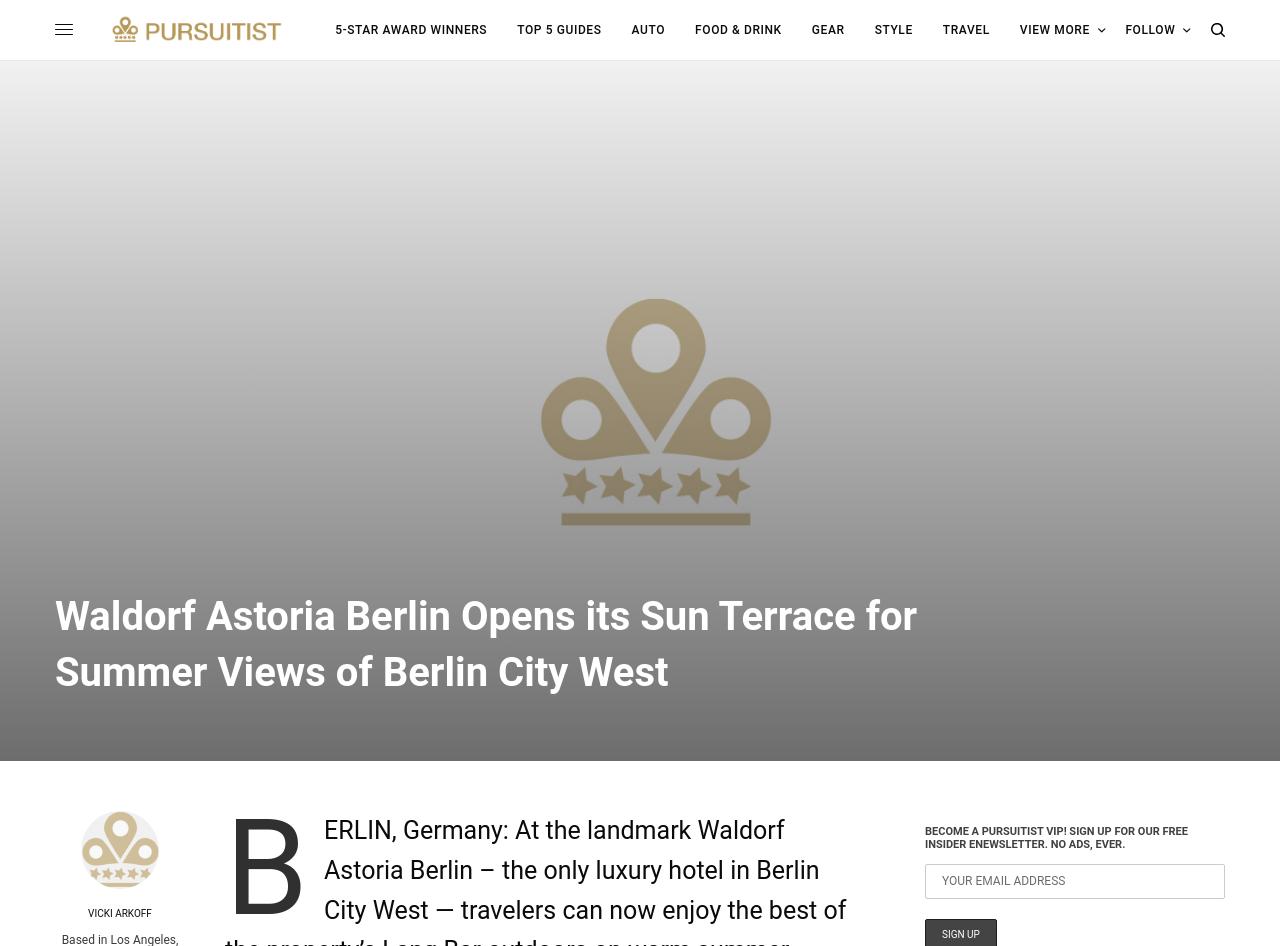 The height and width of the screenshot is (946, 1280). Describe the element at coordinates (630, 29) in the screenshot. I see `'Auto'` at that location.